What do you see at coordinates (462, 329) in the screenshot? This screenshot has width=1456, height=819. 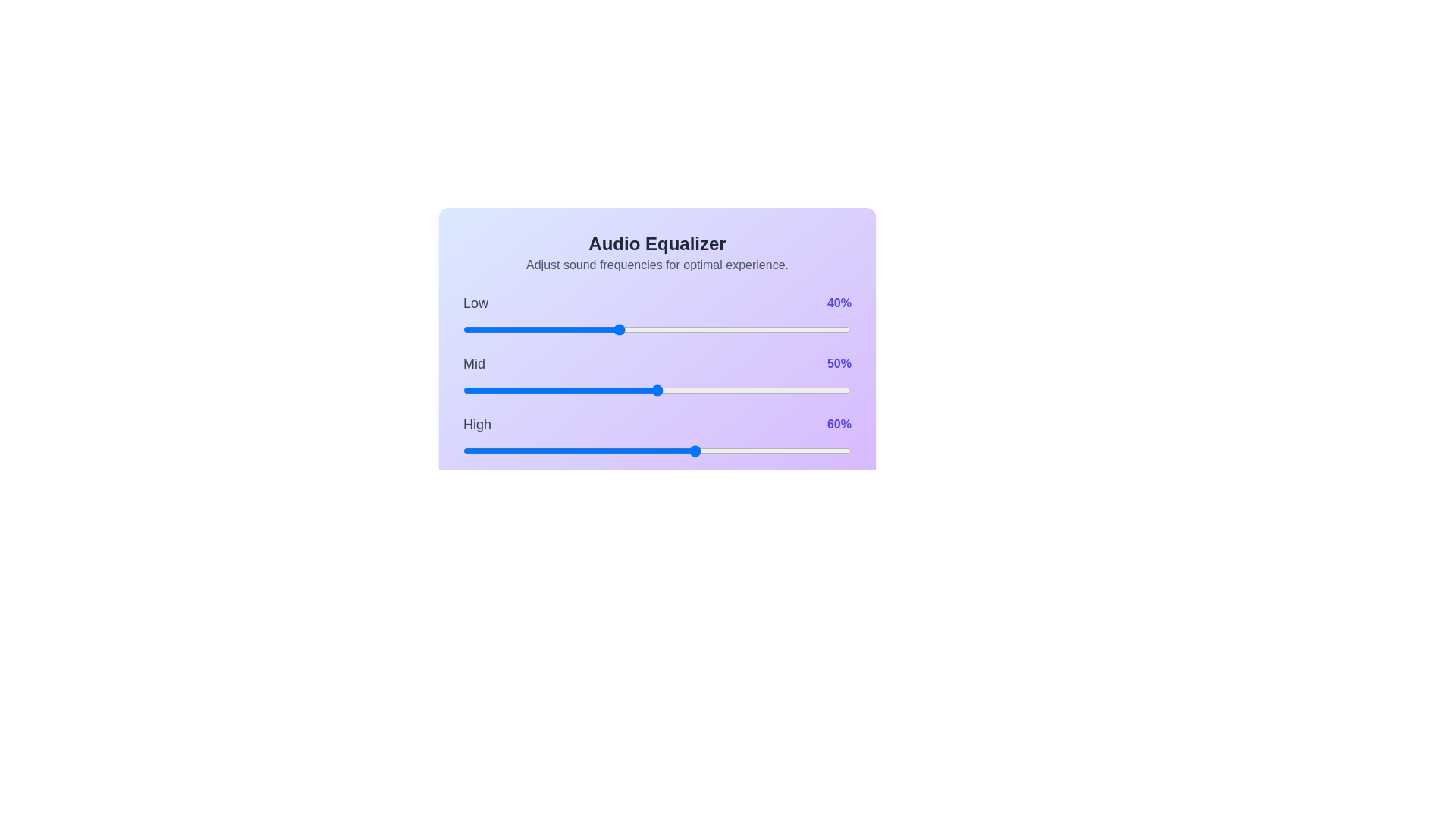 I see `the low frequency slider to 0%` at bounding box center [462, 329].